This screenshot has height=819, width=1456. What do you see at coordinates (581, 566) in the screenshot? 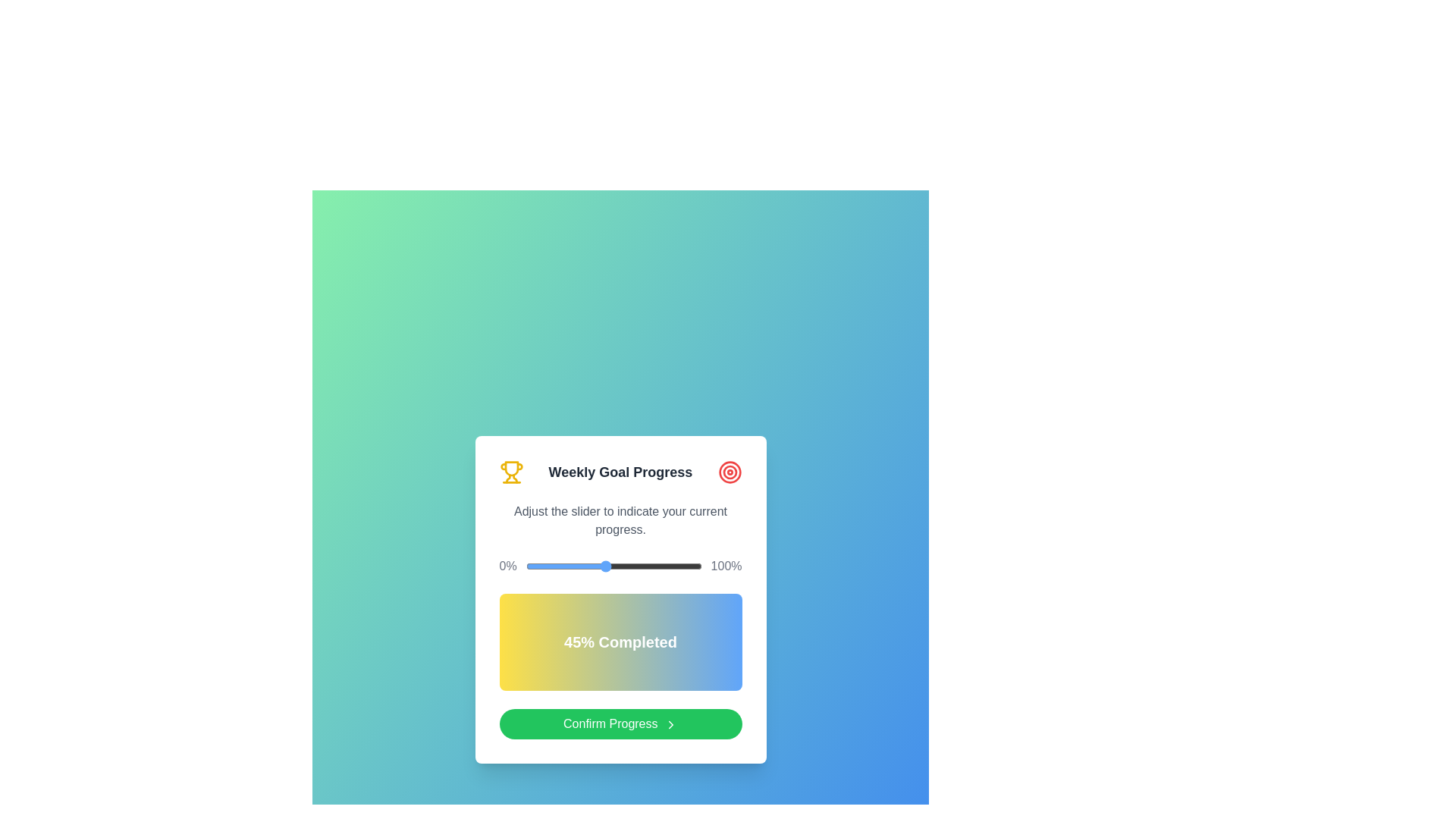
I see `the progress slider to set the progress to 32%` at bounding box center [581, 566].